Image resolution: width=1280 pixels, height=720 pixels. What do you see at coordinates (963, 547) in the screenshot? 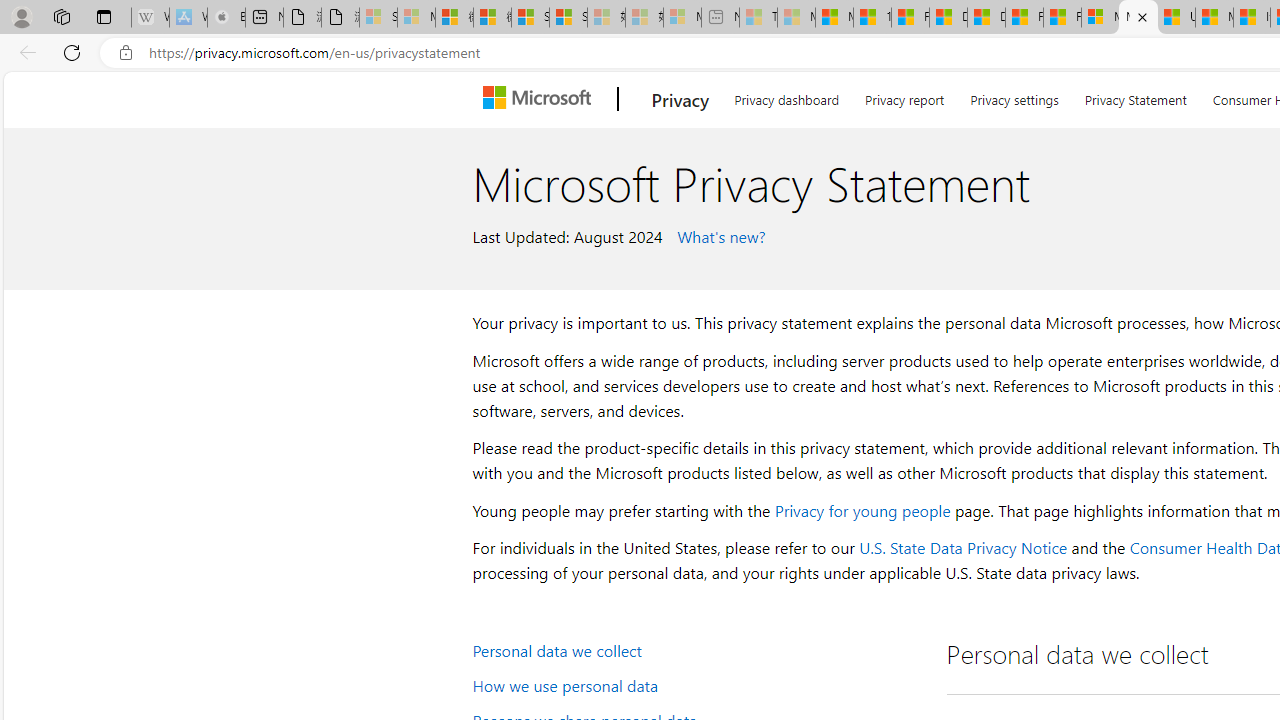
I see `'U.S. State Data Privacy Notice'` at bounding box center [963, 547].